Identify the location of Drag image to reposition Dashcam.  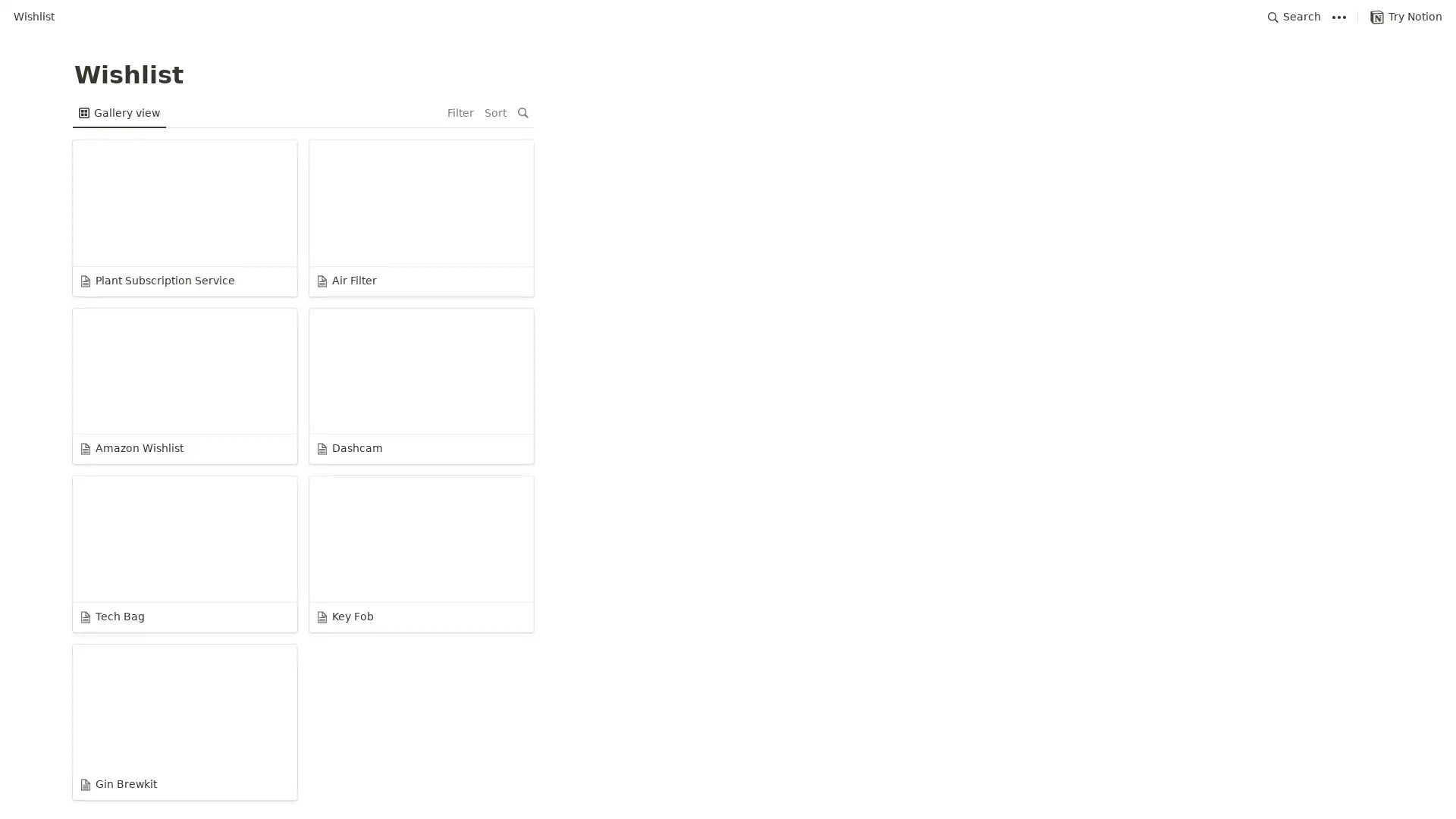
(836, 224).